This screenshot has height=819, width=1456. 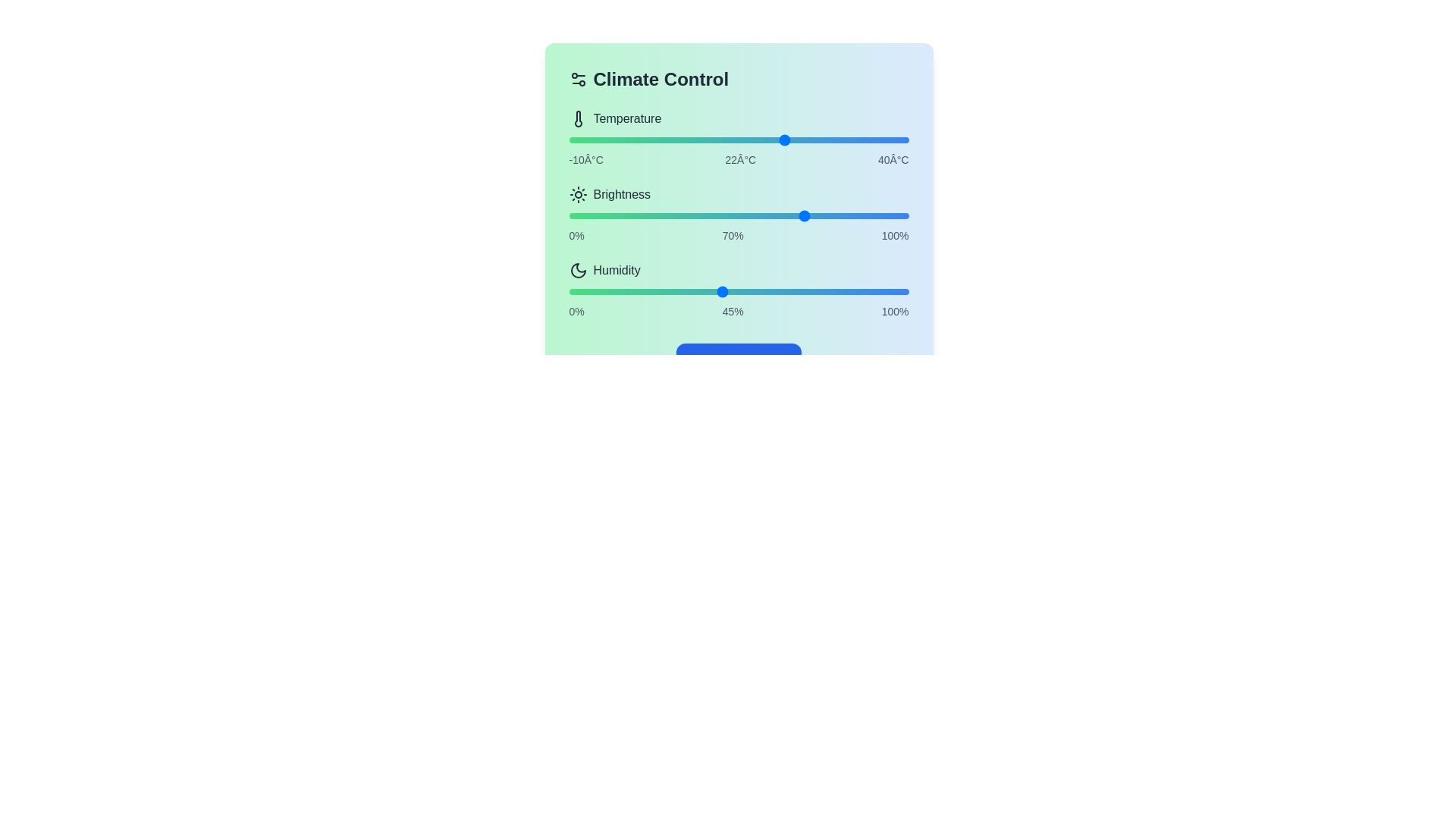 What do you see at coordinates (895, 236) in the screenshot?
I see `text of the maximum value label, which is the '100%' text label aligned below the brightness adjustment slider` at bounding box center [895, 236].